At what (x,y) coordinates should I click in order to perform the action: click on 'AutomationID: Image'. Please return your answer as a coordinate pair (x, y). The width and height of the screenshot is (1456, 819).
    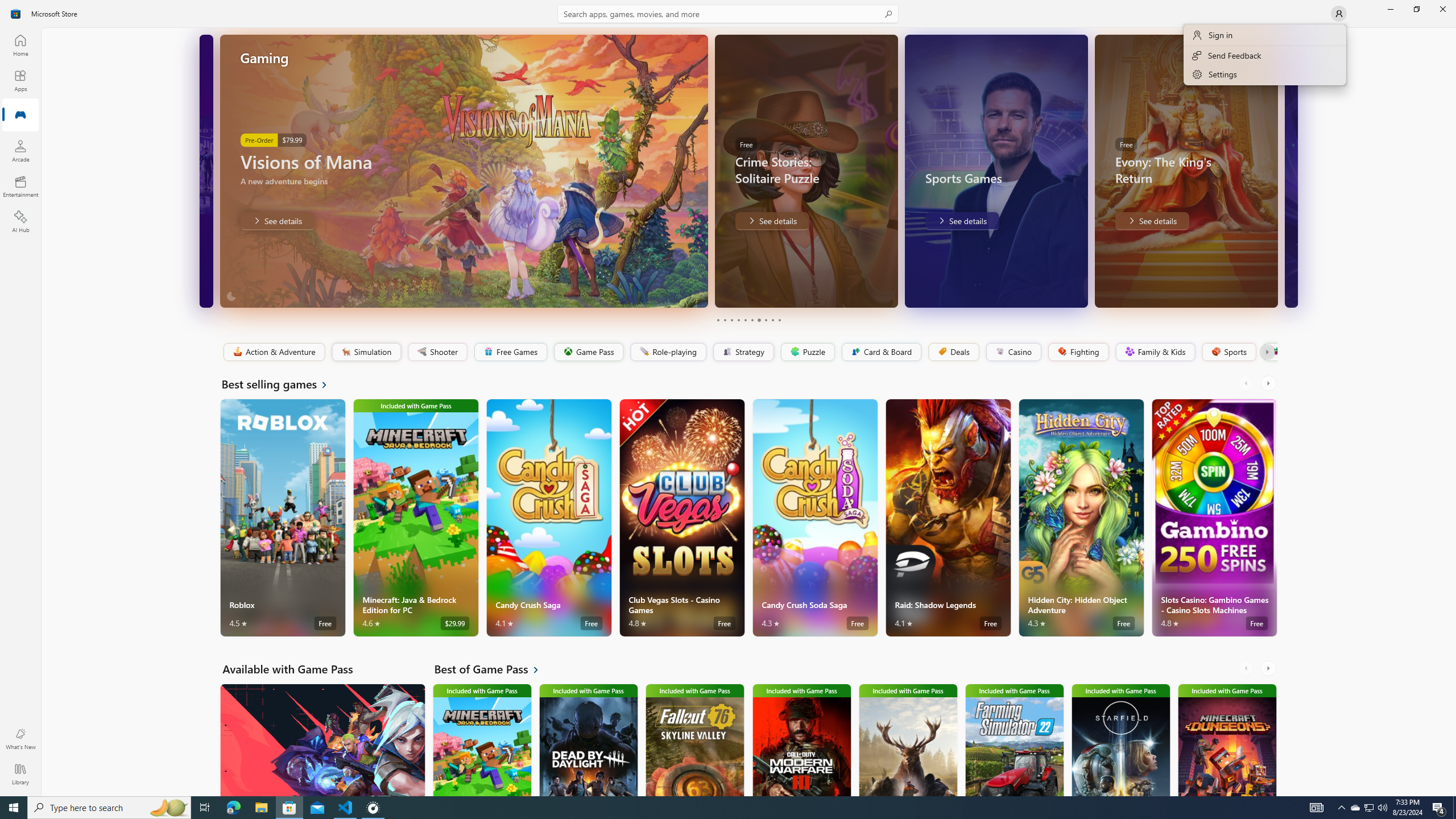
    Looking at the image, I should click on (1290, 170).